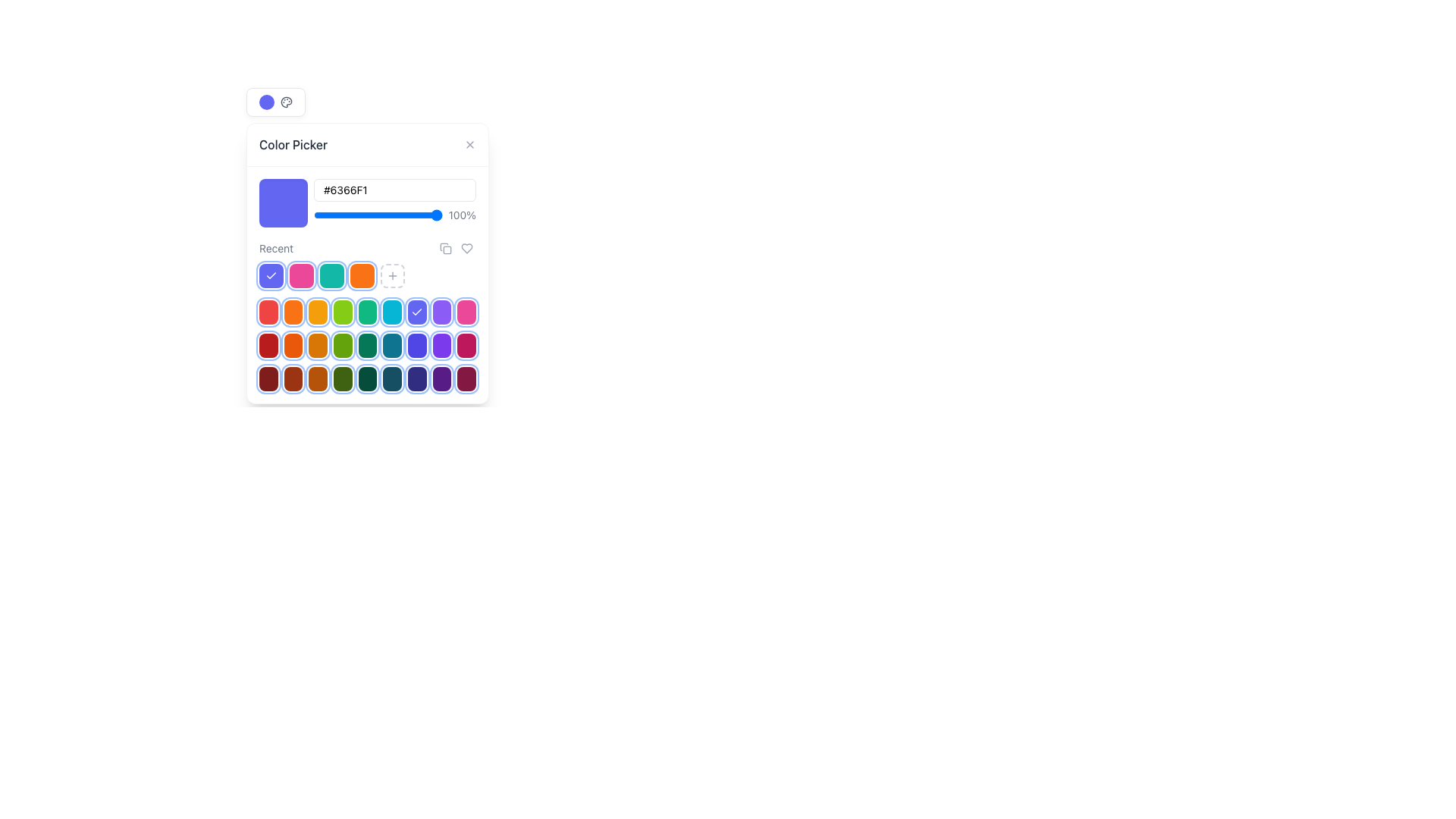  Describe the element at coordinates (341, 312) in the screenshot. I see `the vibrant green Color swatch button located in the fourth position of the first row in the 'Recent' section` at that location.